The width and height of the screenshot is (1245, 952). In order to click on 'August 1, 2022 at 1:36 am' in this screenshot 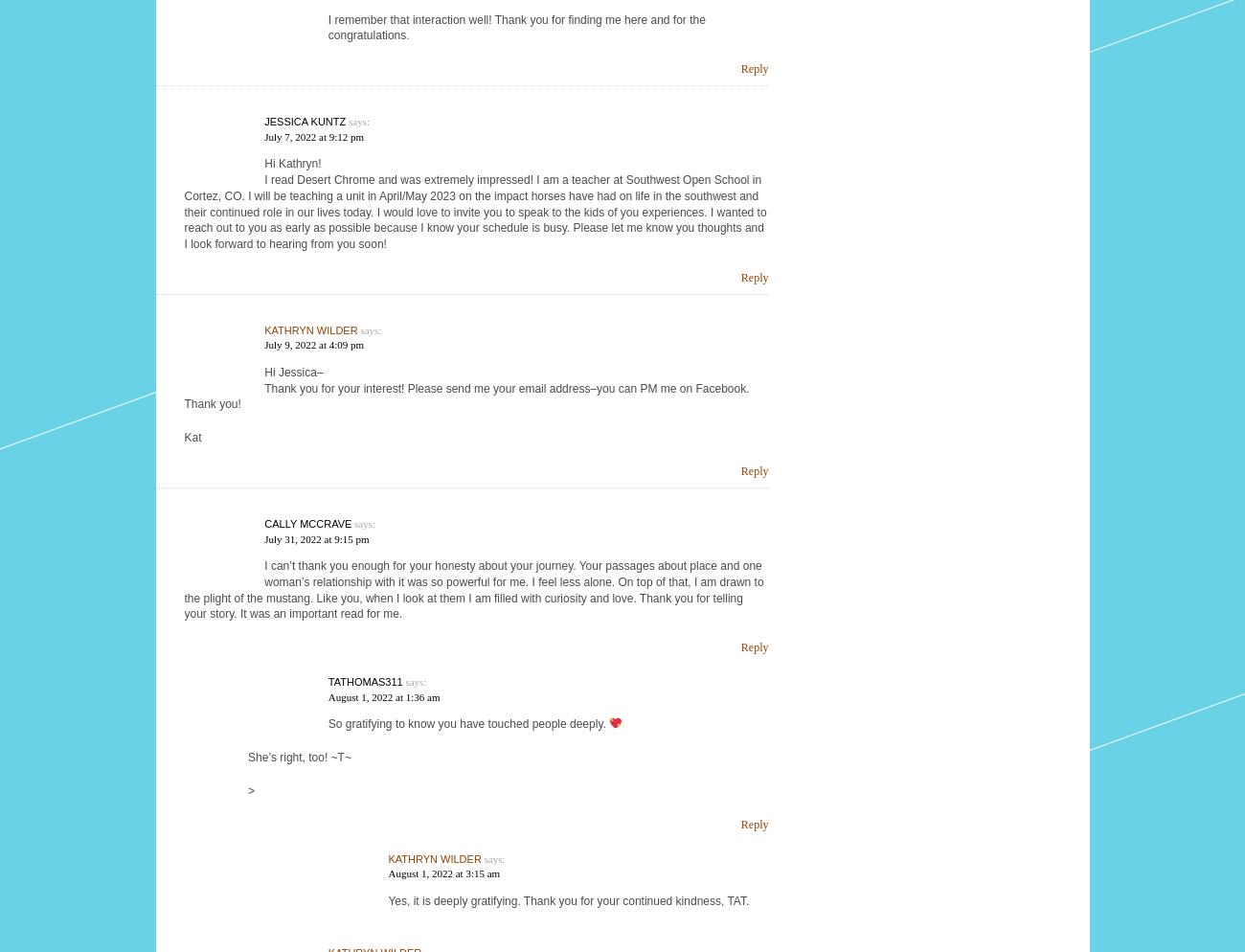, I will do `click(383, 696)`.